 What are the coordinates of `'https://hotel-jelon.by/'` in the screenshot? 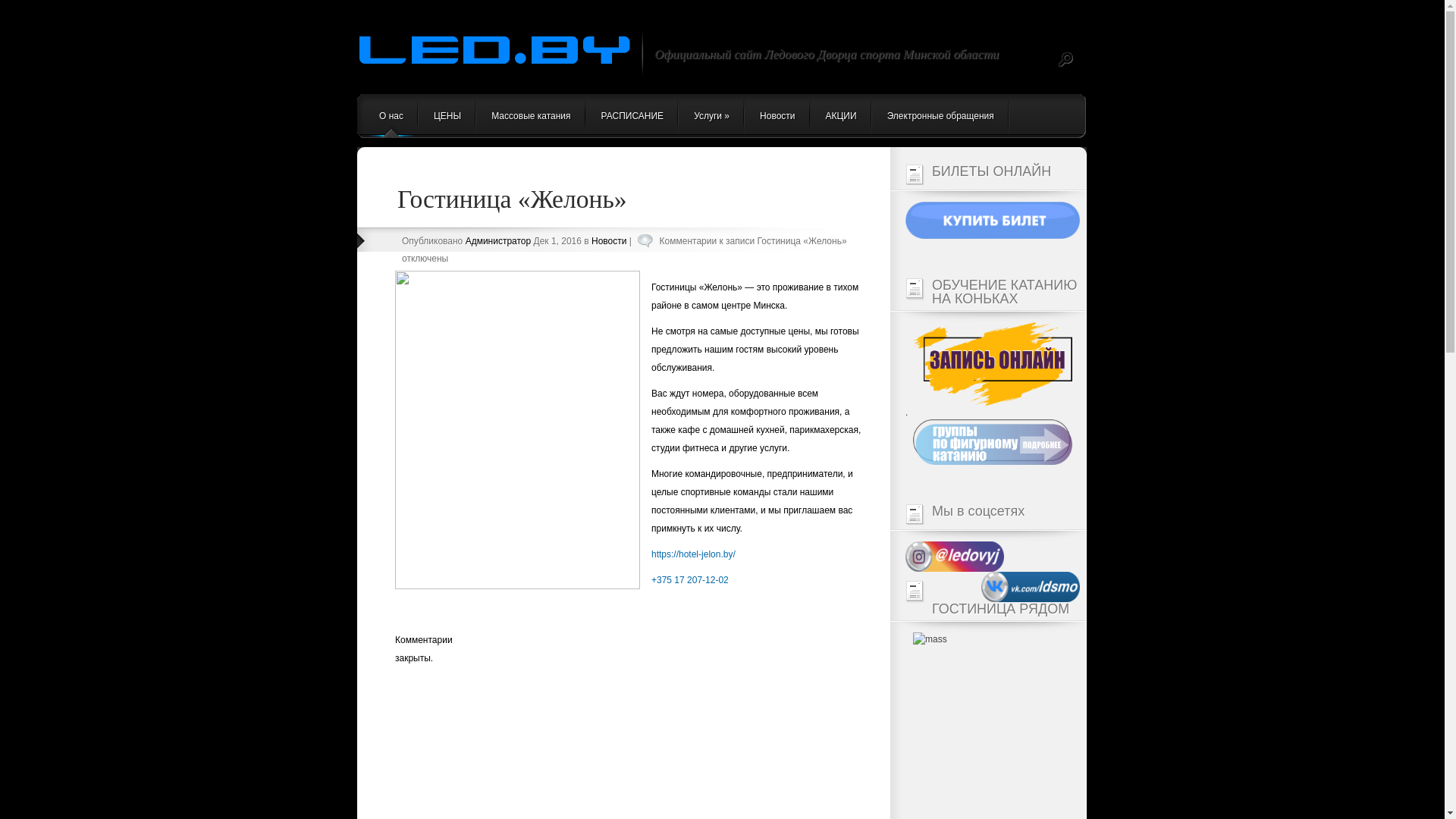 It's located at (692, 554).